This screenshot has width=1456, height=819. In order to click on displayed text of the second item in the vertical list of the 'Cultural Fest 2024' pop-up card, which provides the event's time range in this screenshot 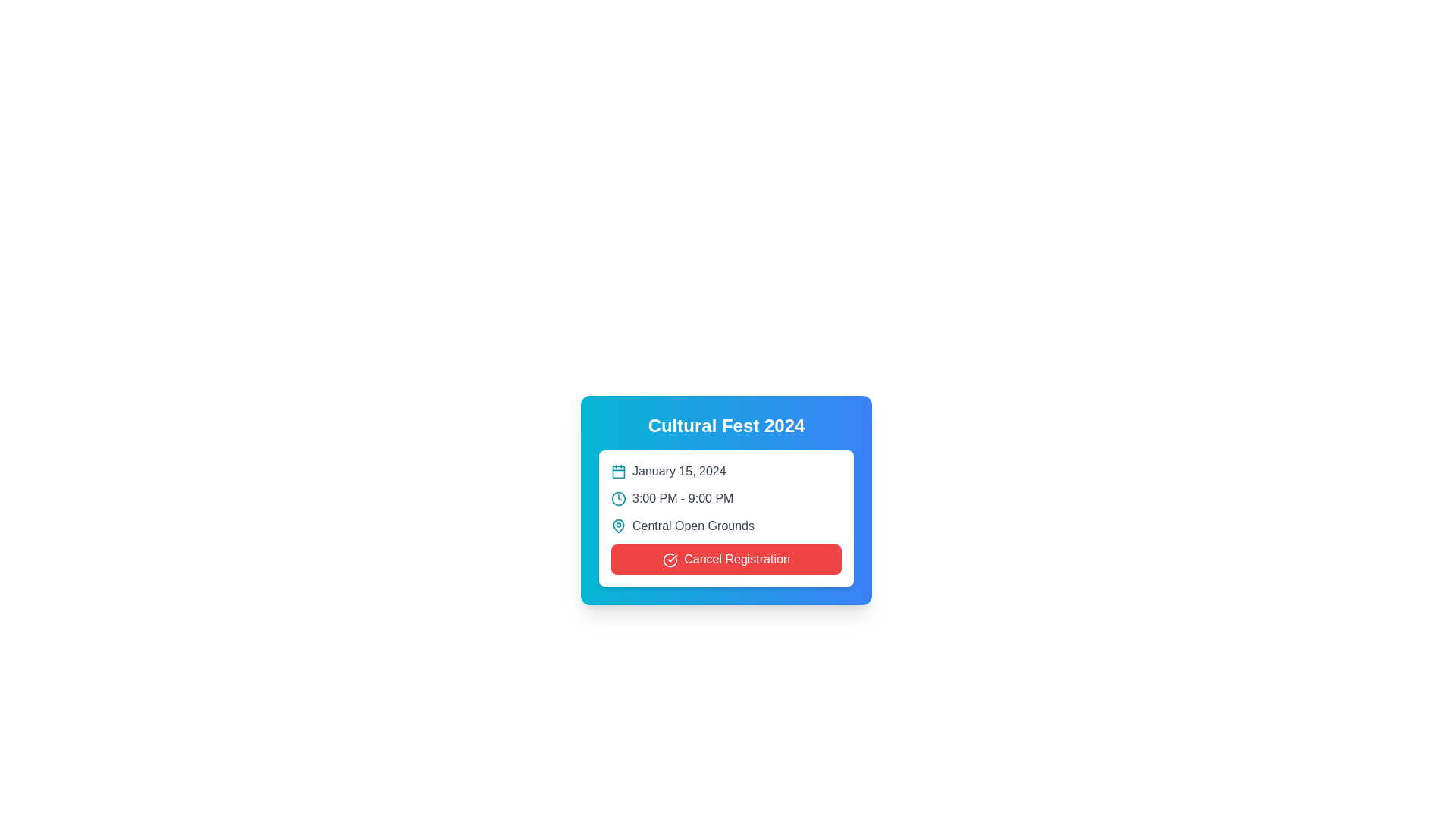, I will do `click(726, 499)`.